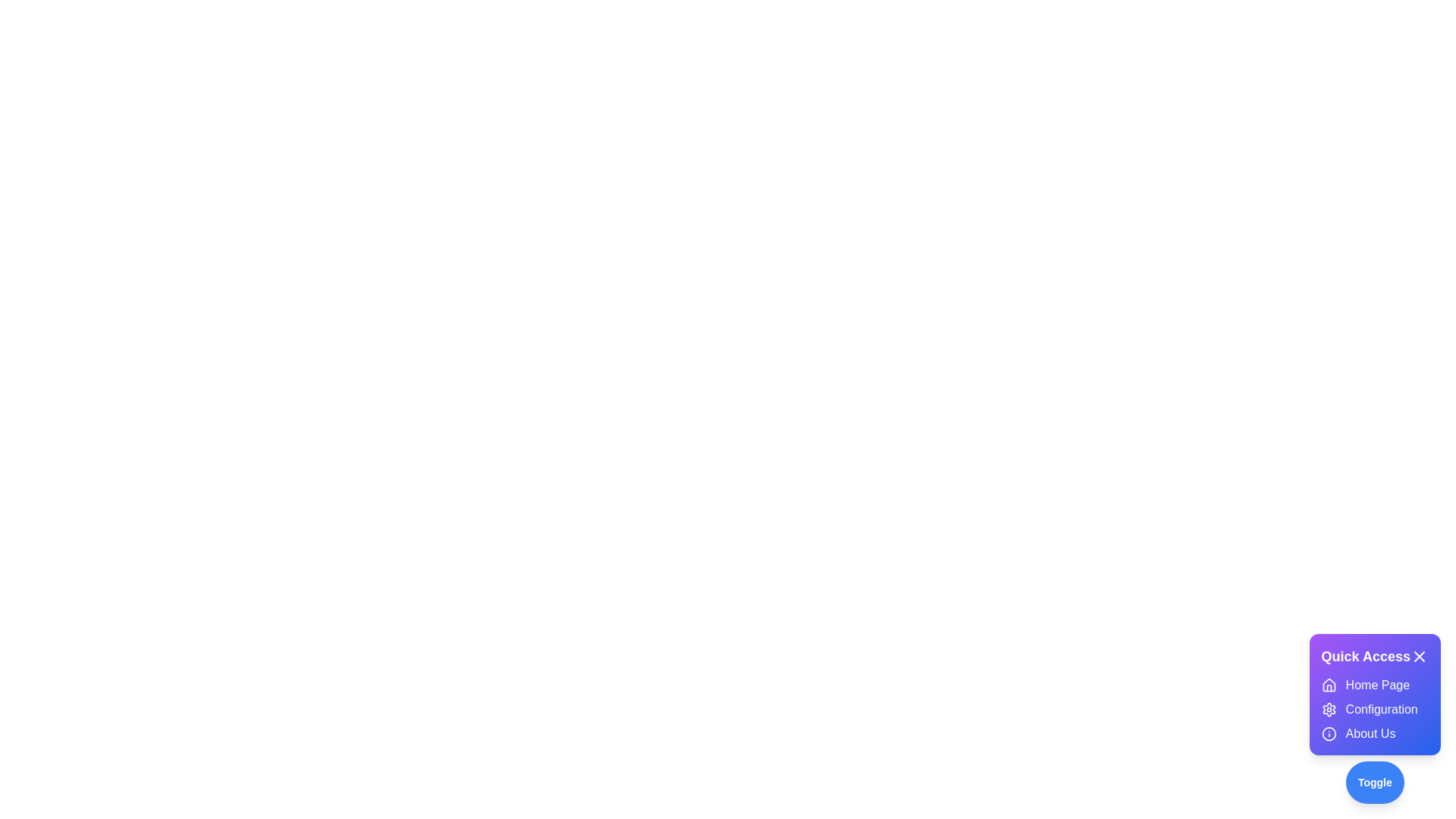  I want to click on the second text label in the 'Quick Access' vertical navigation menu, so click(1382, 710).